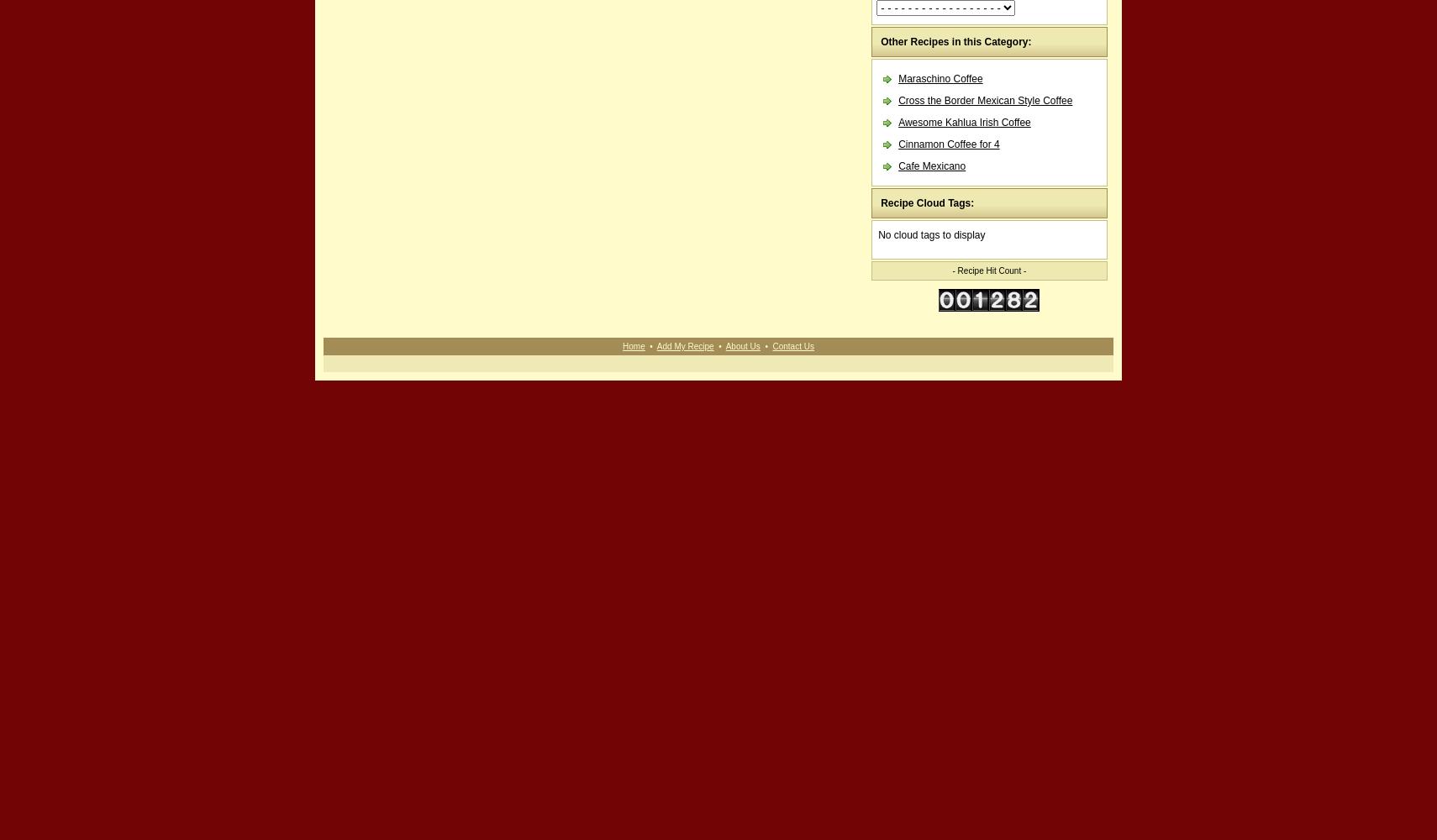 The image size is (1437, 840). Describe the element at coordinates (880, 202) in the screenshot. I see `'Recipe Cloud Tags:'` at that location.